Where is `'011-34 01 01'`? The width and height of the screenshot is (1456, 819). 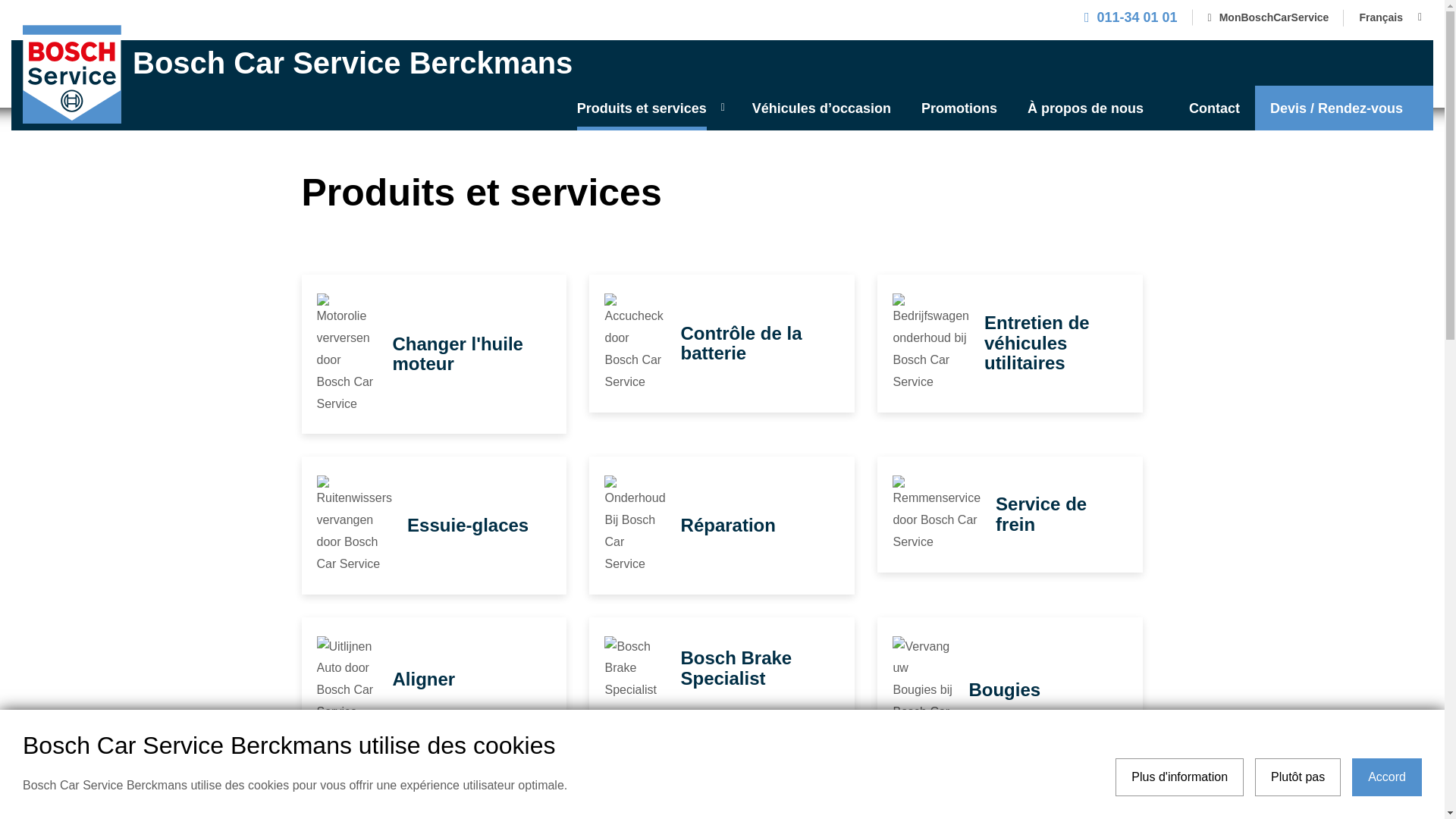 '011-34 01 01' is located at coordinates (1131, 17).